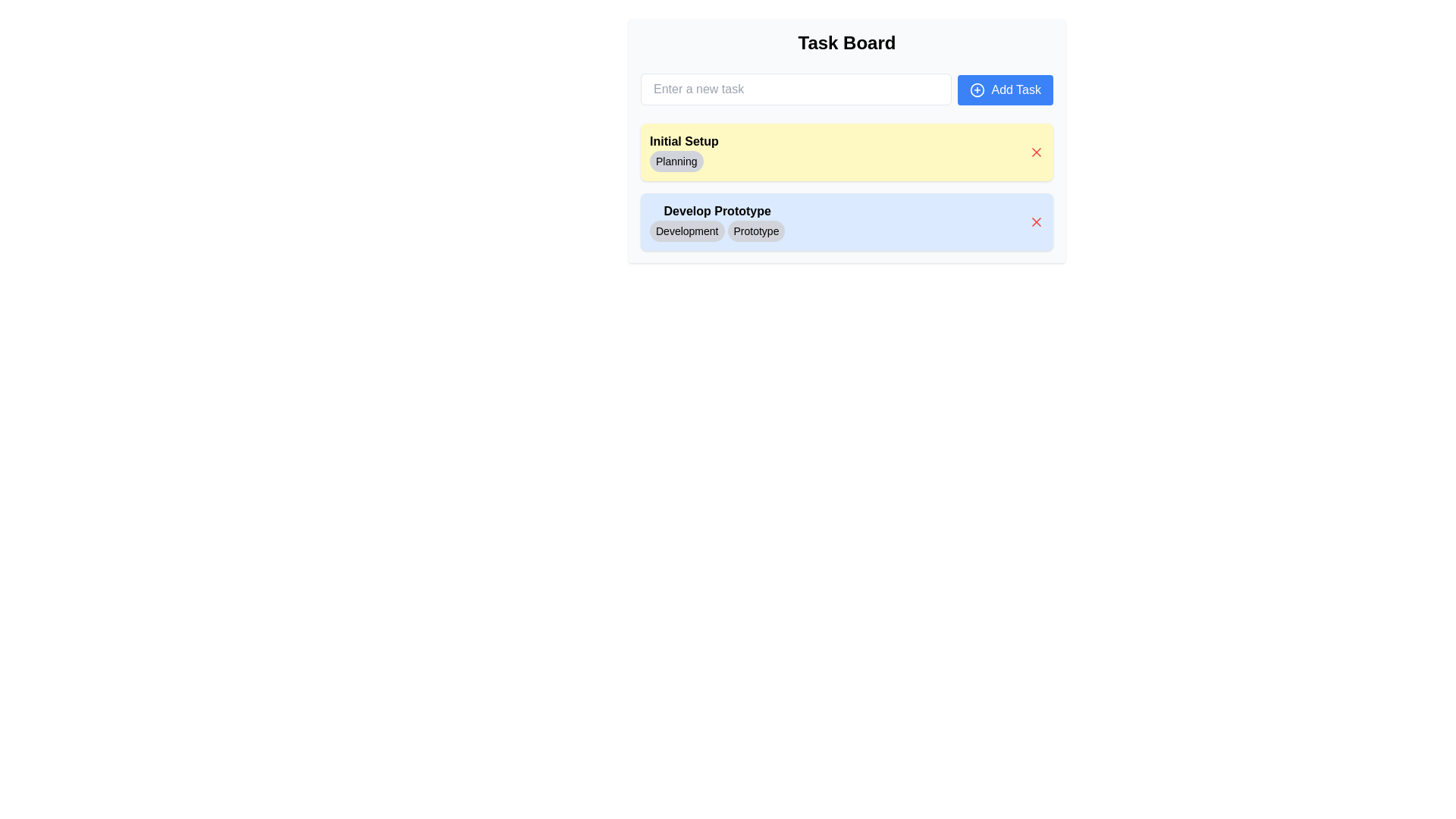 This screenshot has width=1456, height=819. What do you see at coordinates (977, 90) in the screenshot?
I see `the innermost circular component of the add-button icon, which is located adjacent to the 'Add Task' text button in the top right corner of the interface` at bounding box center [977, 90].